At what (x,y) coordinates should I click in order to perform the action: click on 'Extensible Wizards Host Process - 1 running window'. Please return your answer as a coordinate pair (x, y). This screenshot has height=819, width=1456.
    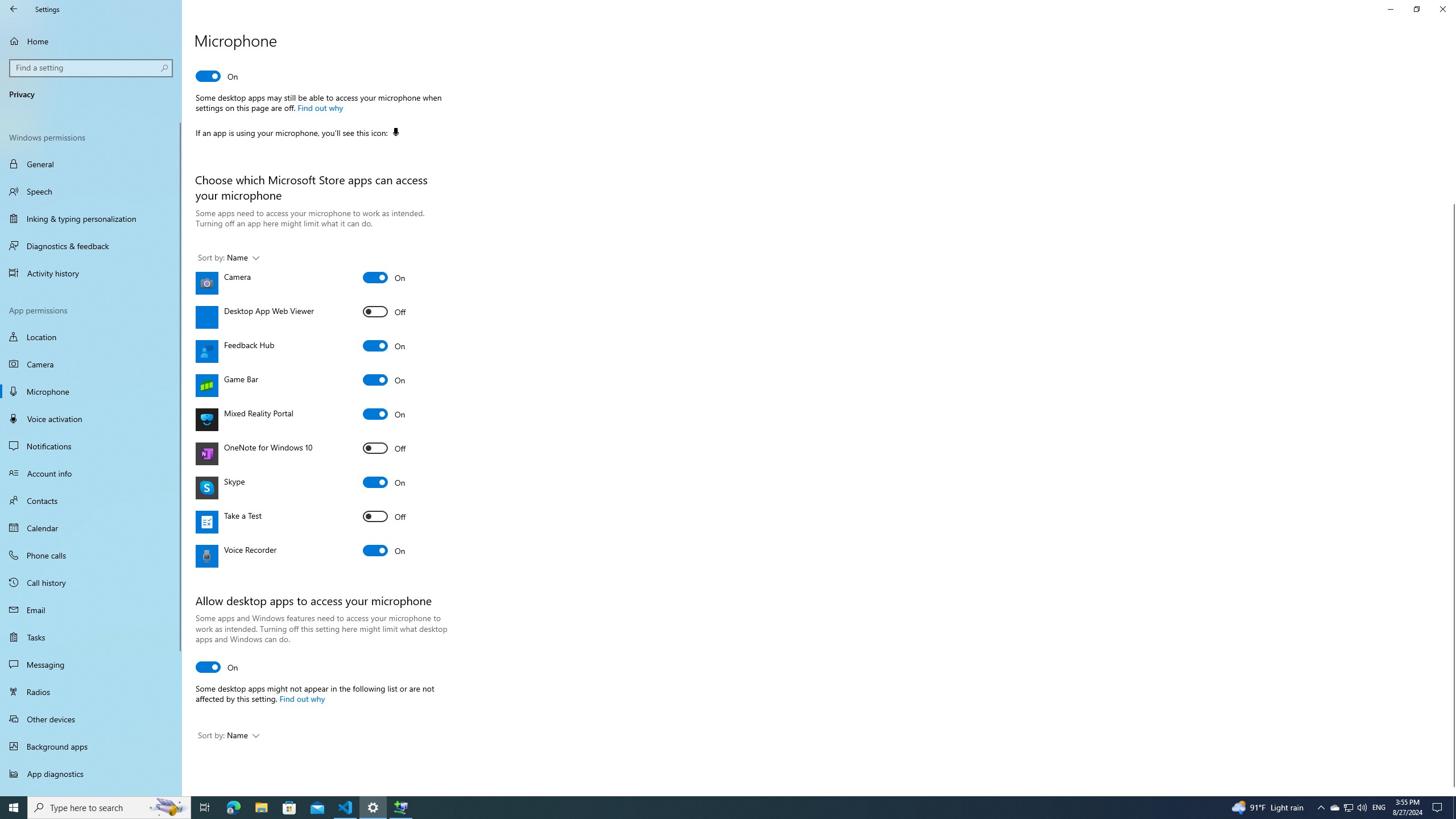
    Looking at the image, I should click on (401, 806).